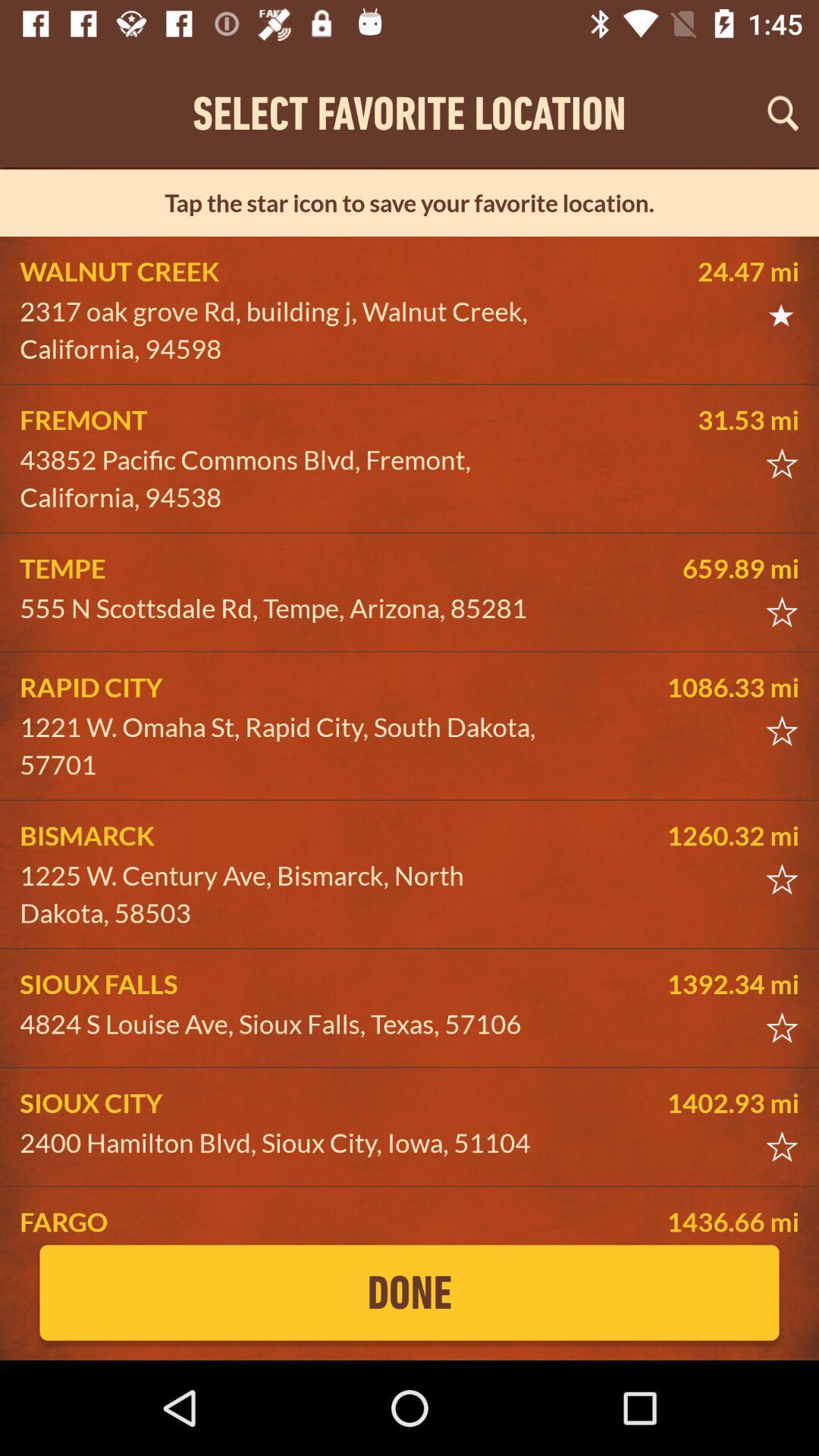 This screenshot has width=819, height=1456. Describe the element at coordinates (285, 1222) in the screenshot. I see `the icon above the done item` at that location.